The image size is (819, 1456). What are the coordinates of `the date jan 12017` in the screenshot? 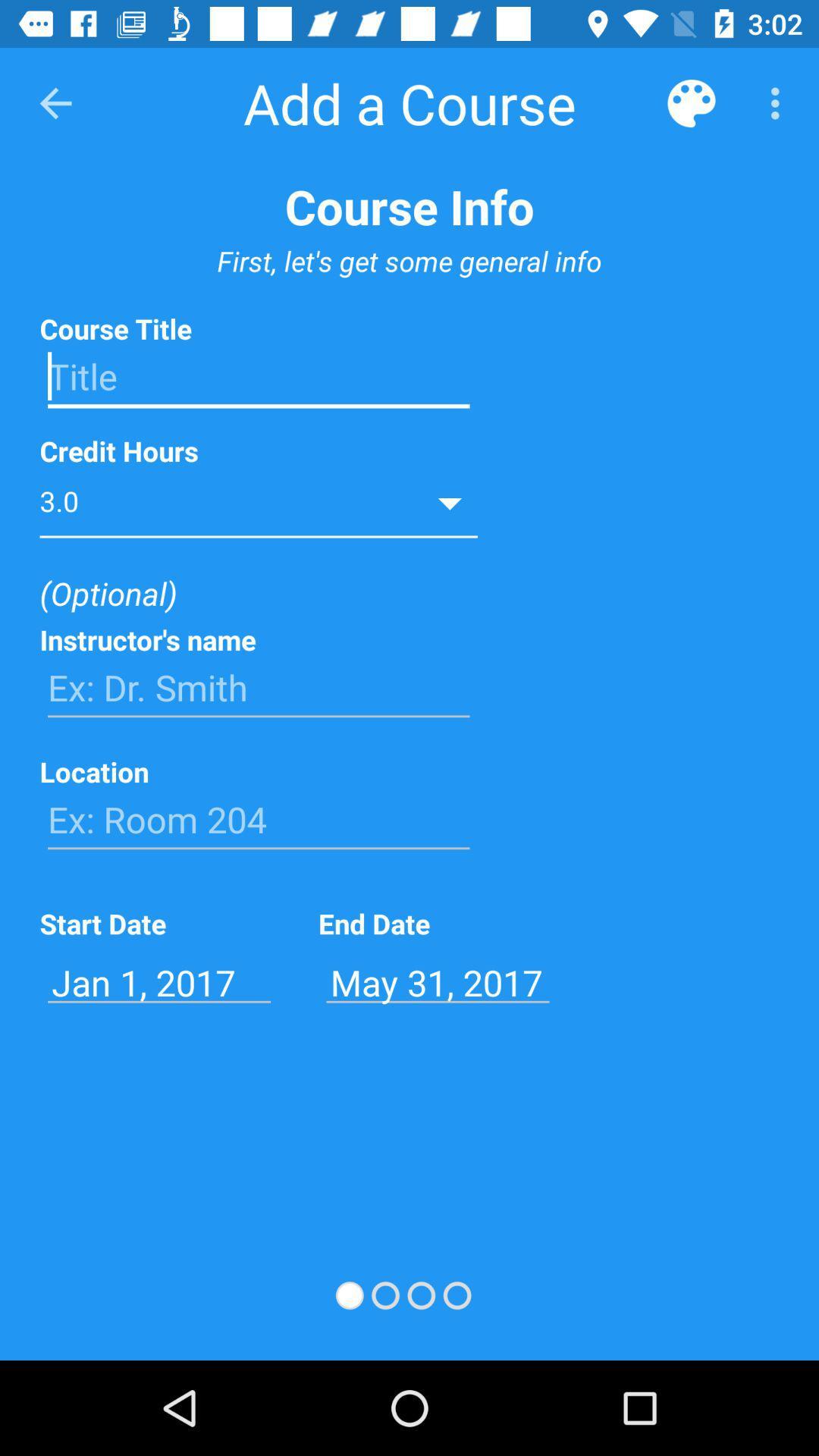 It's located at (159, 982).